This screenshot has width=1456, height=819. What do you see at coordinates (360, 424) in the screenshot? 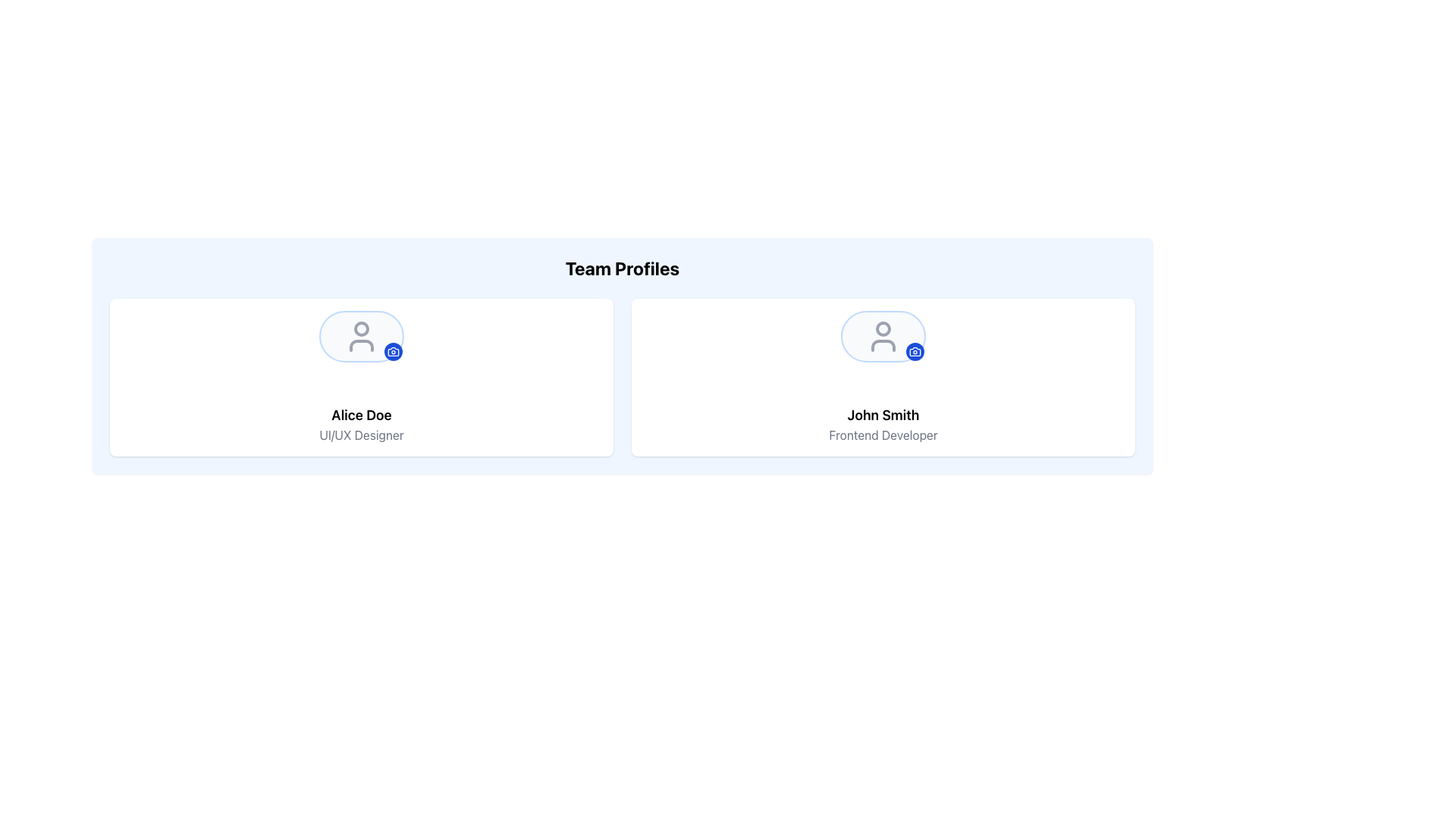
I see `the text display component that shows the profile name and job title, positioned below the avatar icon in the left card of the 'Team Profiles' section` at bounding box center [360, 424].